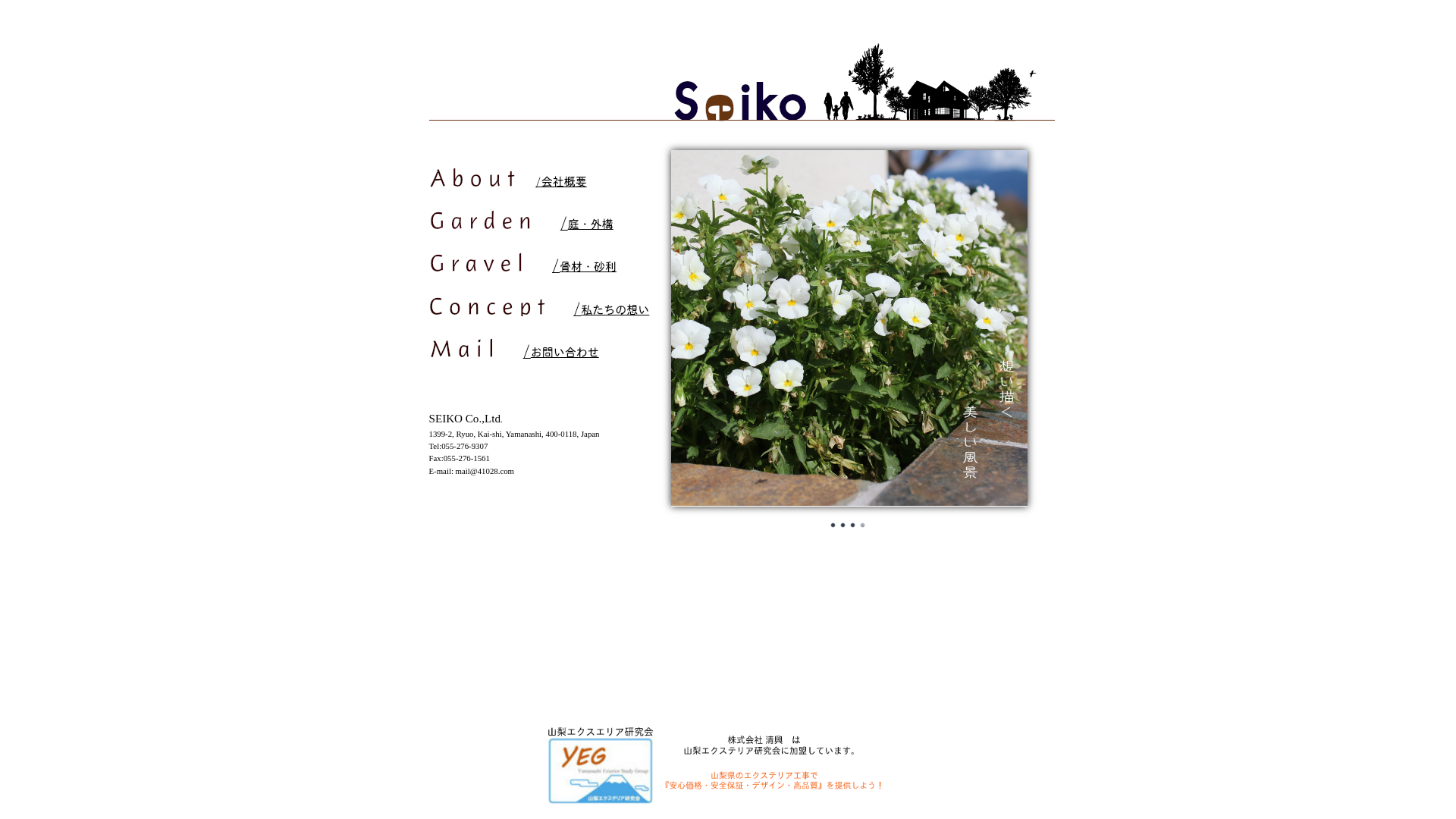 The image size is (1456, 819). What do you see at coordinates (858, 525) in the screenshot?
I see `'4'` at bounding box center [858, 525].